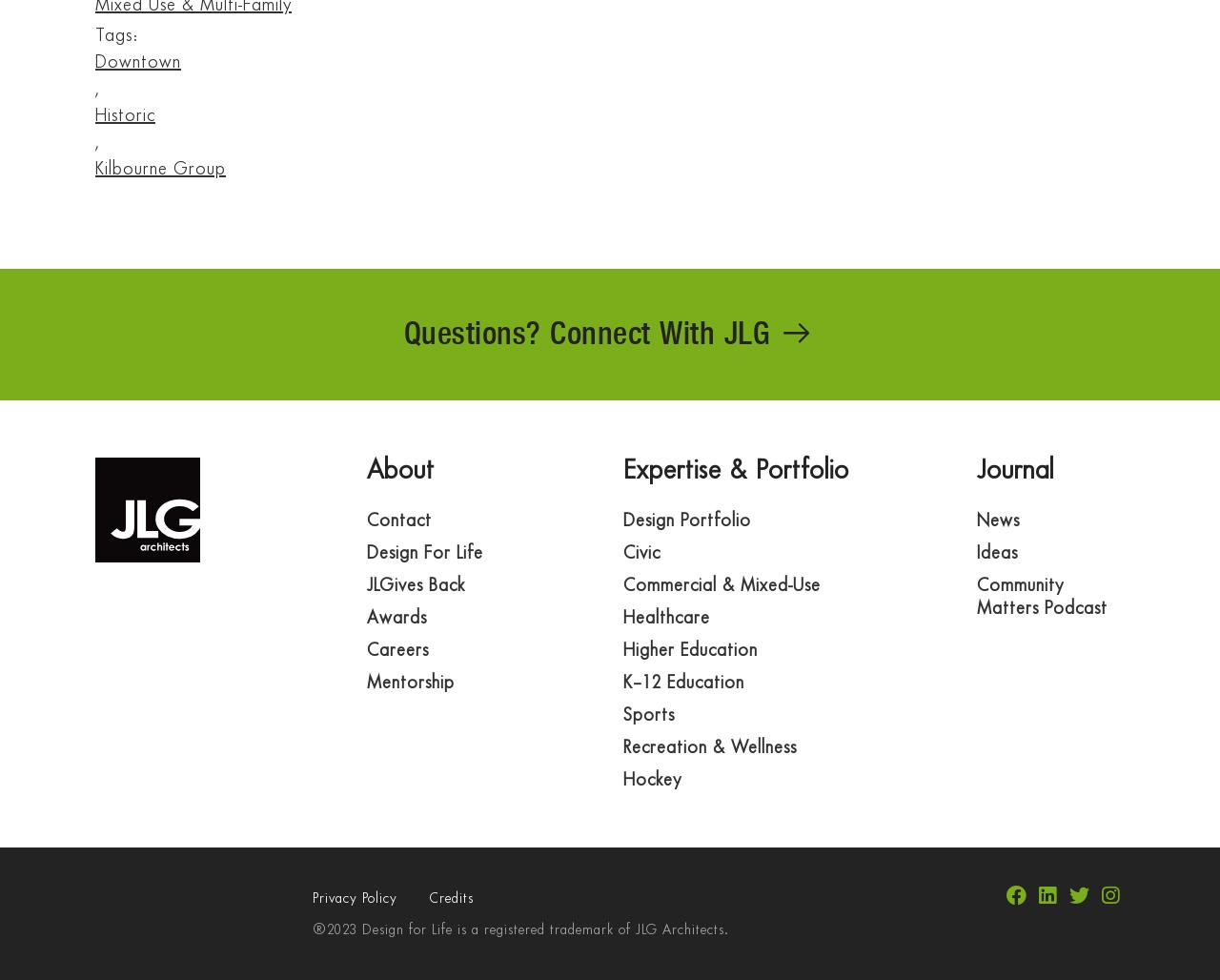 This screenshot has width=1220, height=980. Describe the element at coordinates (335, 929) in the screenshot. I see `'®2023'` at that location.